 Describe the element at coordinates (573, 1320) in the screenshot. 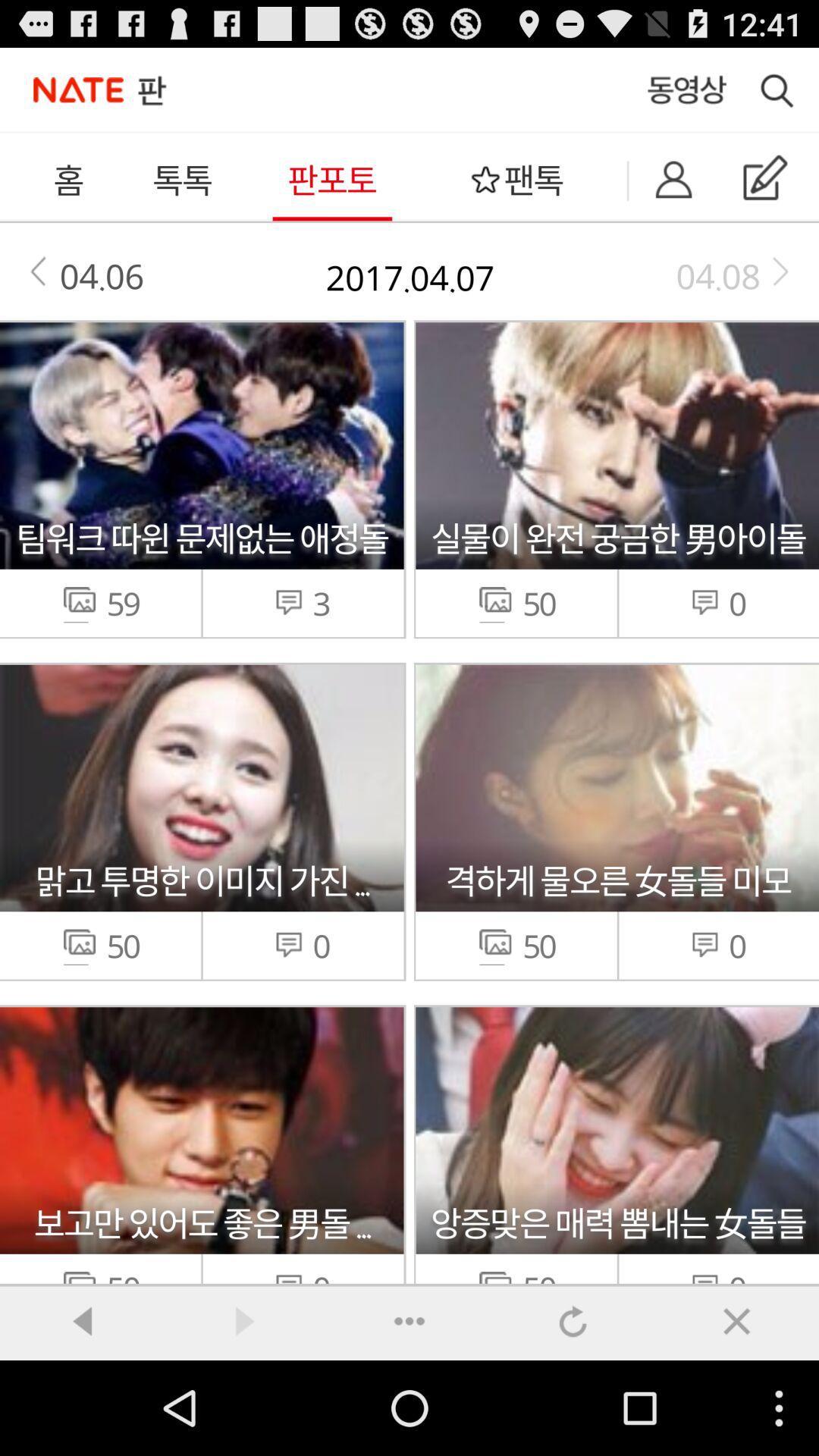

I see `undo option` at that location.